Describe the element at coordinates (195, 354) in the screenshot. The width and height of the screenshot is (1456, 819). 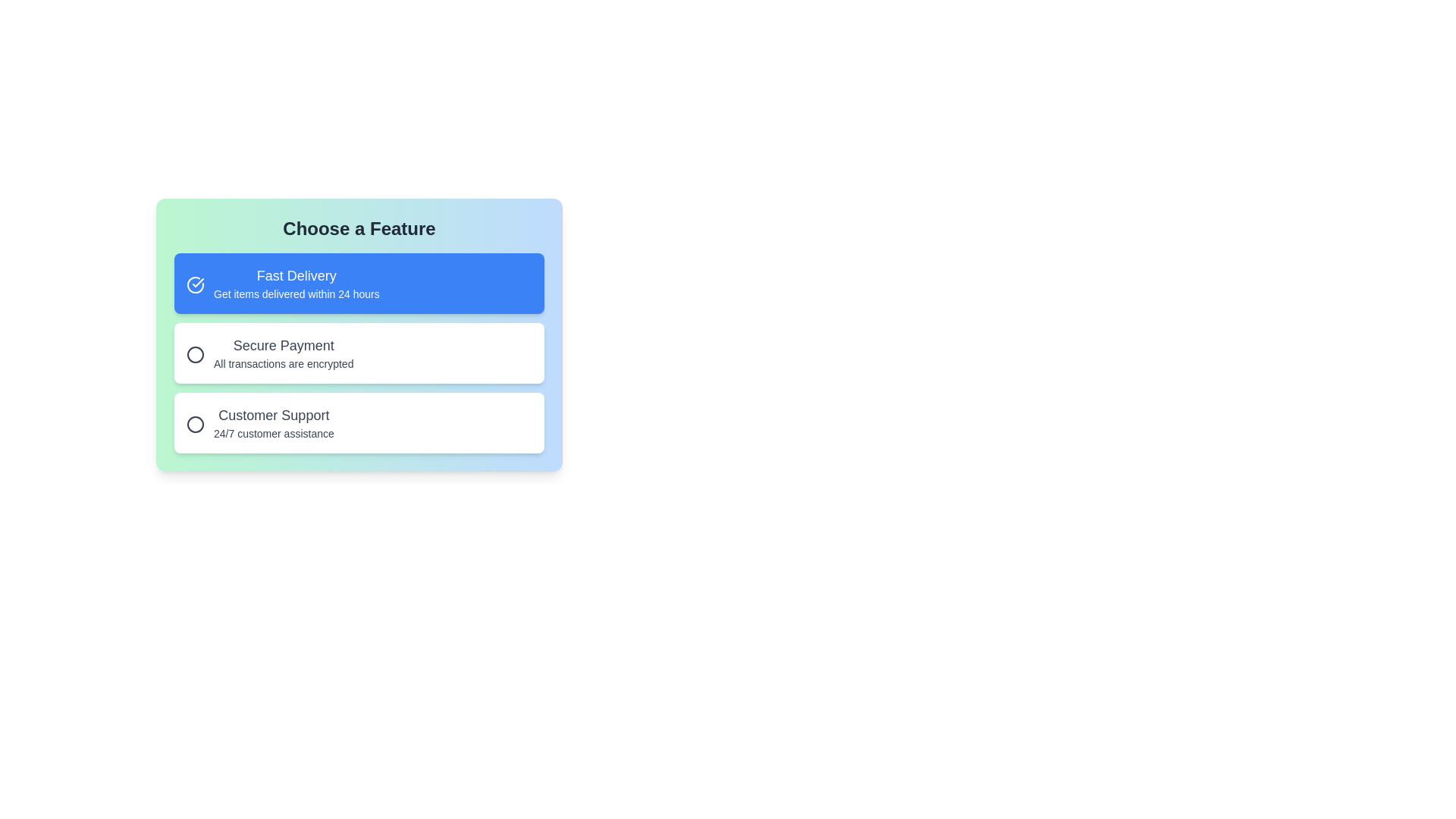
I see `the circular icon located to the left of the 'Secure Payment' label within the 'Choose a Feature' card` at that location.